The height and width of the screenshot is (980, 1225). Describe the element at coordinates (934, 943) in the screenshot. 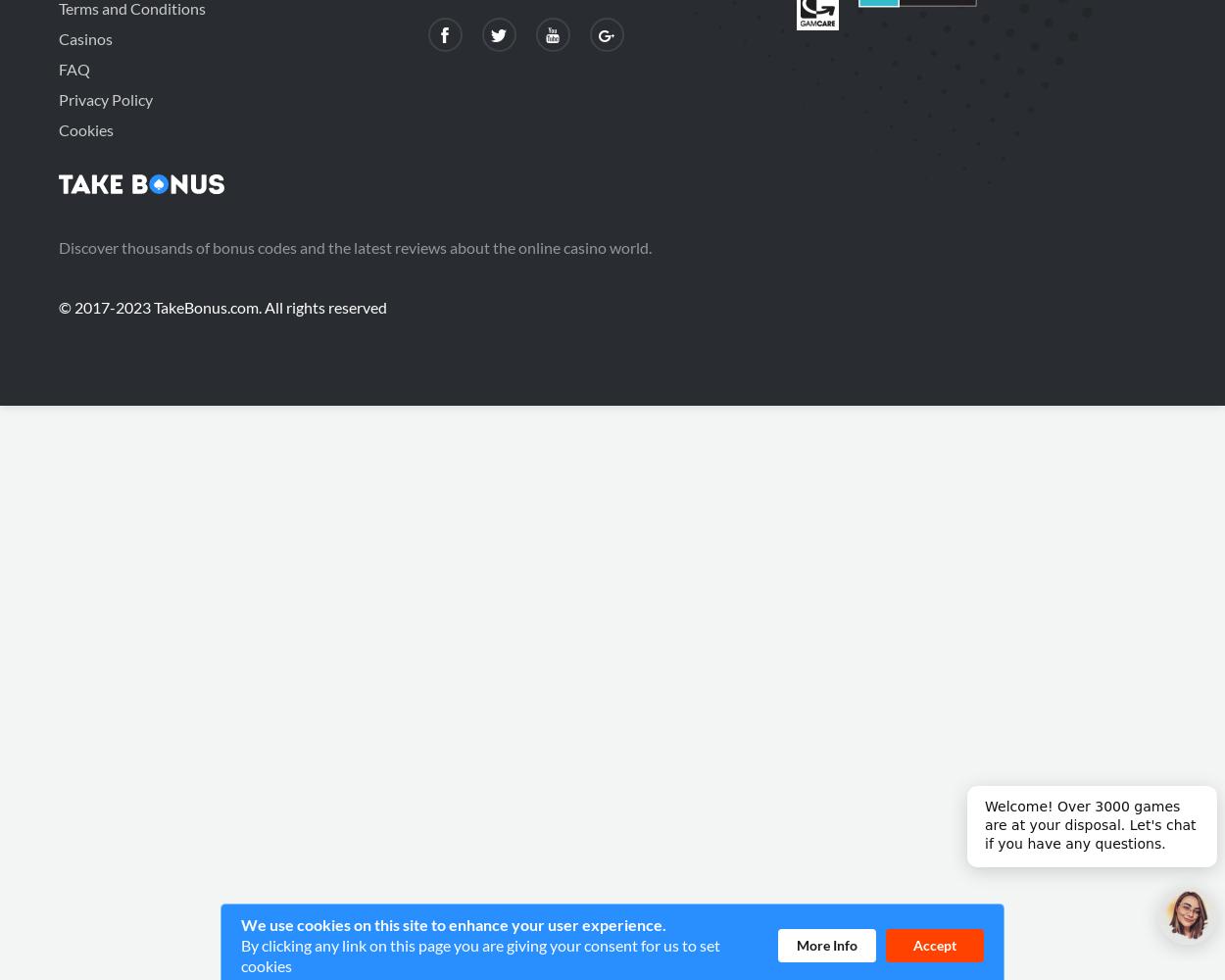

I see `'Accept'` at that location.